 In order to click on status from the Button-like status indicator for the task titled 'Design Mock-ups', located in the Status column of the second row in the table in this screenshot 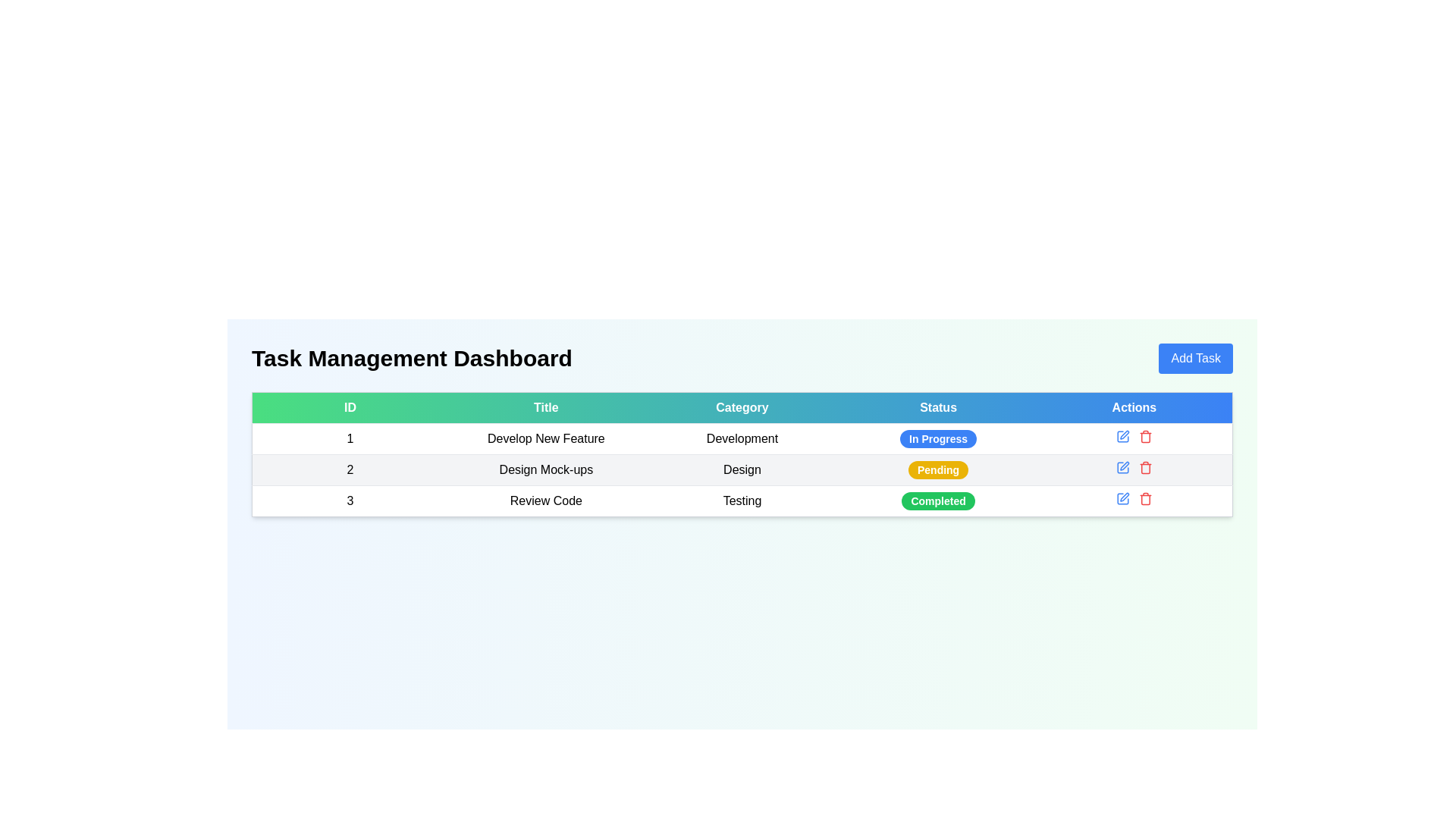, I will do `click(937, 469)`.